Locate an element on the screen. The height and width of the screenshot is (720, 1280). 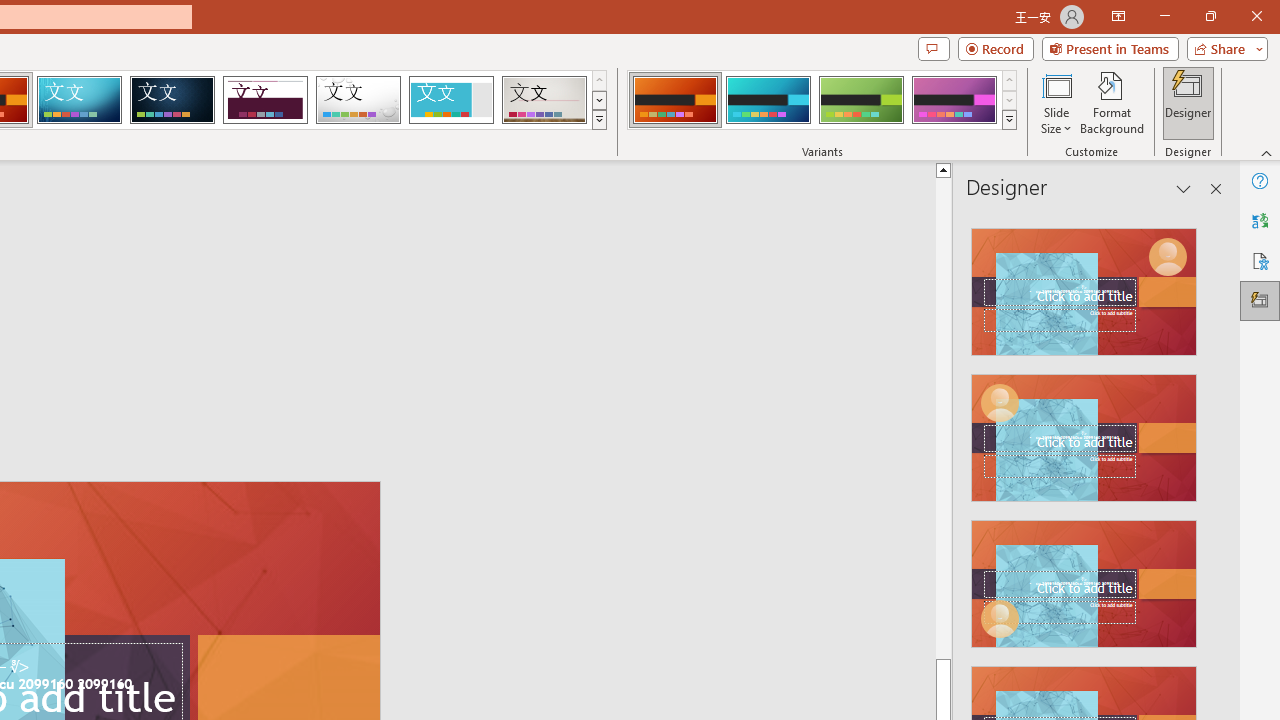
'Design Idea' is located at coordinates (1083, 577).